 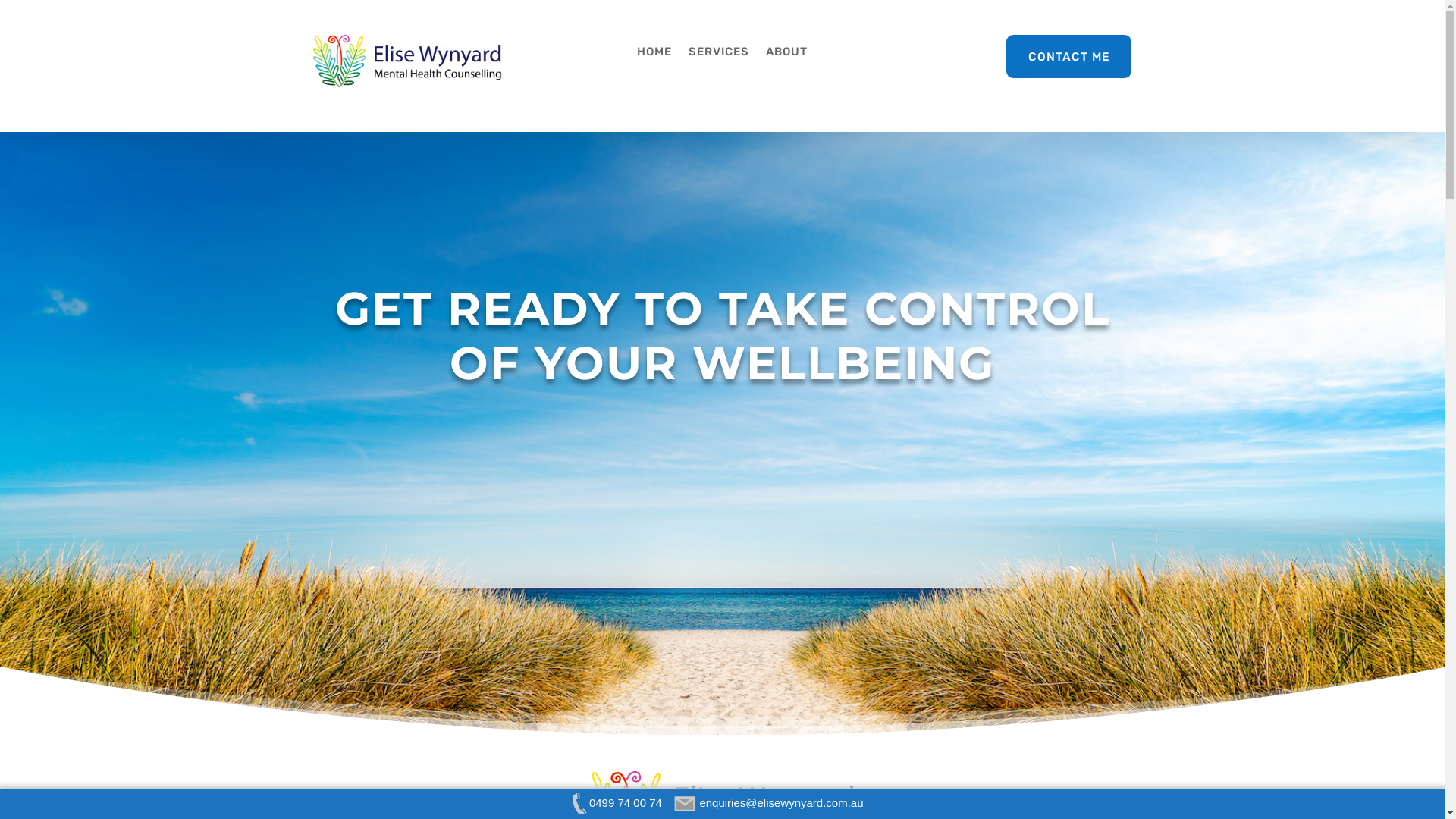 What do you see at coordinates (770, 802) in the screenshot?
I see `'enquiries@elisewynyard.com.au'` at bounding box center [770, 802].